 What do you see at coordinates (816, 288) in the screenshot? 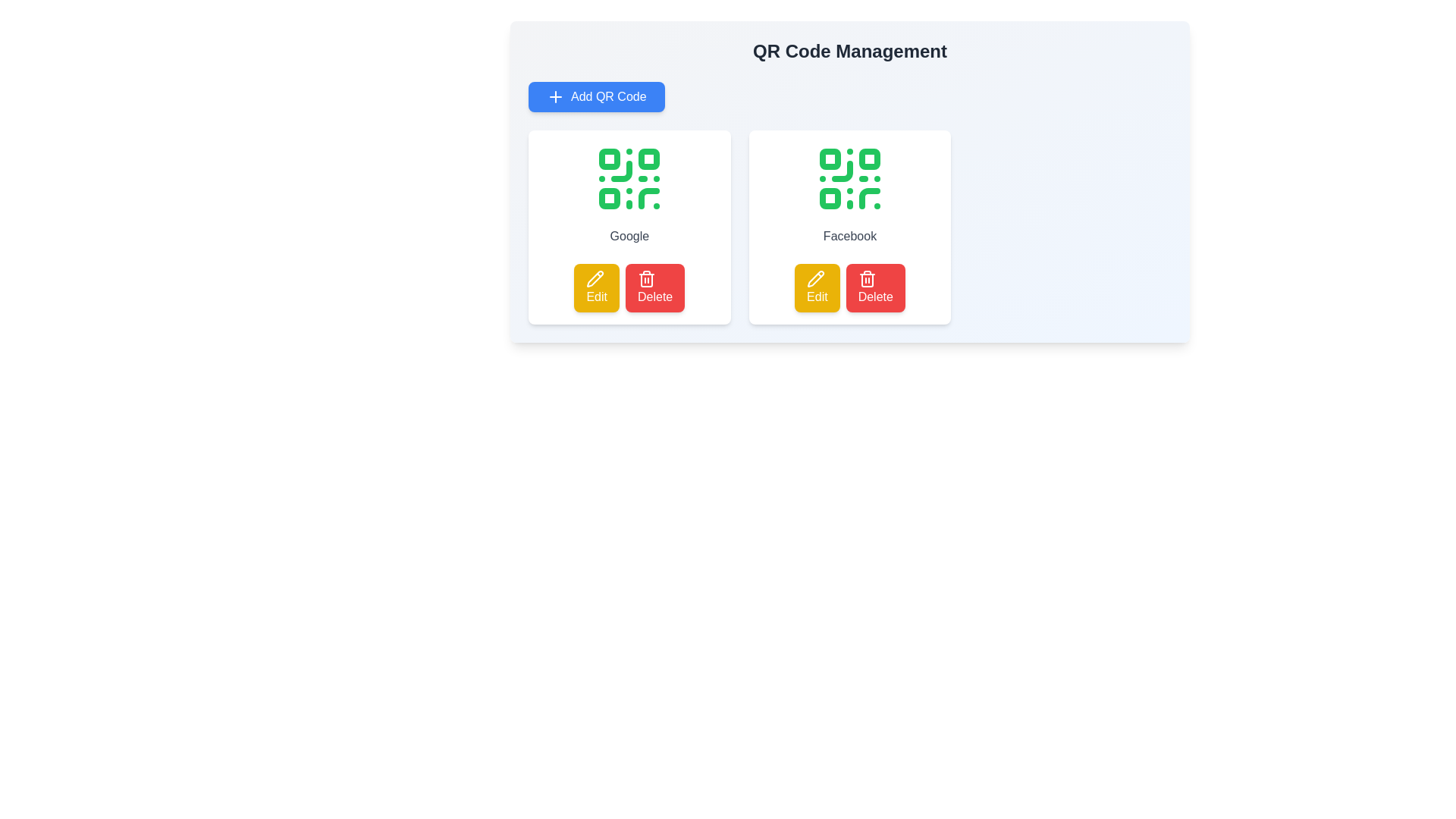
I see `the 'Edit' button located in the second column under the 'Facebook' QR code, directly next to the 'Delete' button` at bounding box center [816, 288].